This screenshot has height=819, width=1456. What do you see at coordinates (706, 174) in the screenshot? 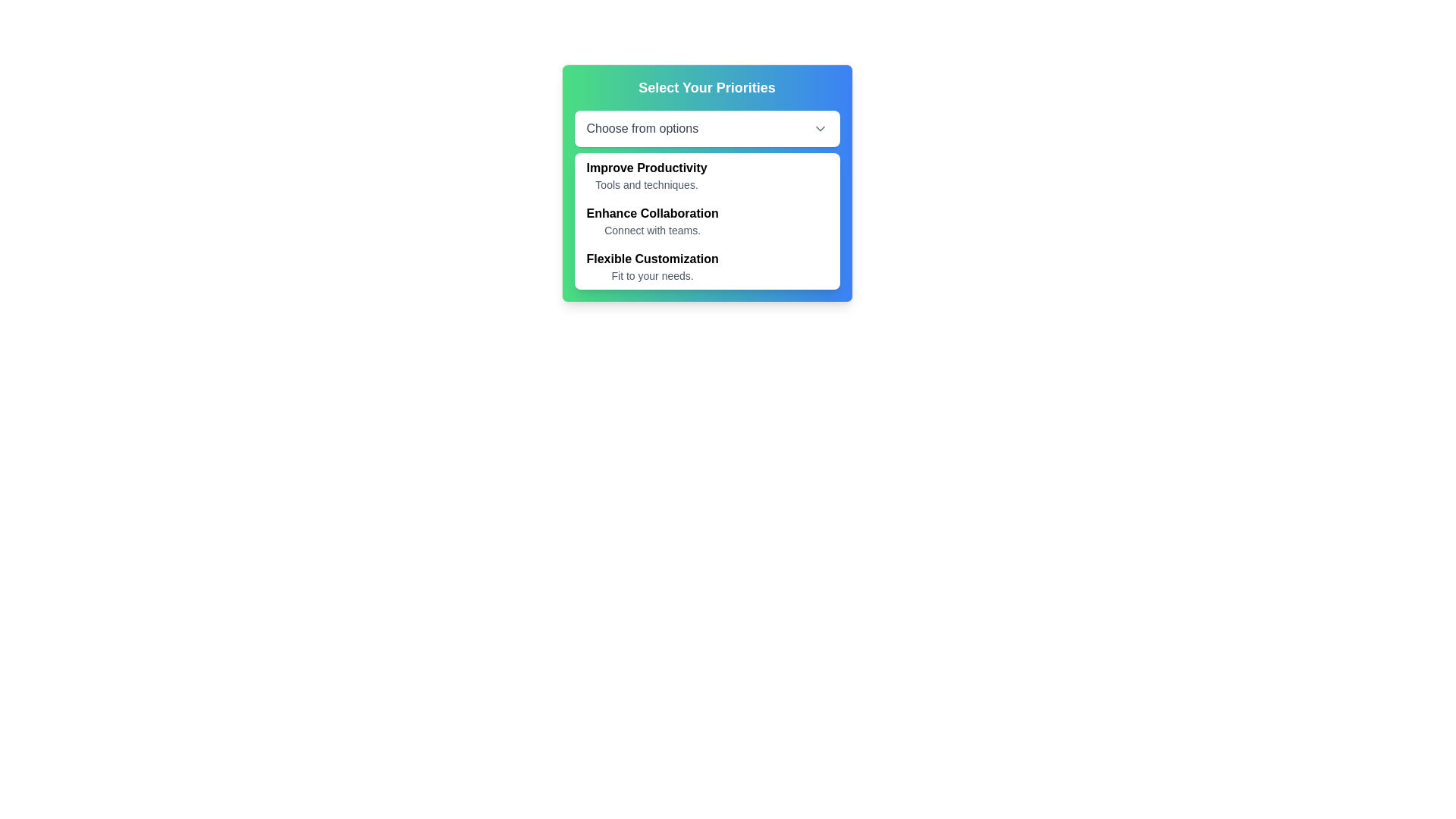
I see `the first list item titled 'Improve Productivity'` at bounding box center [706, 174].